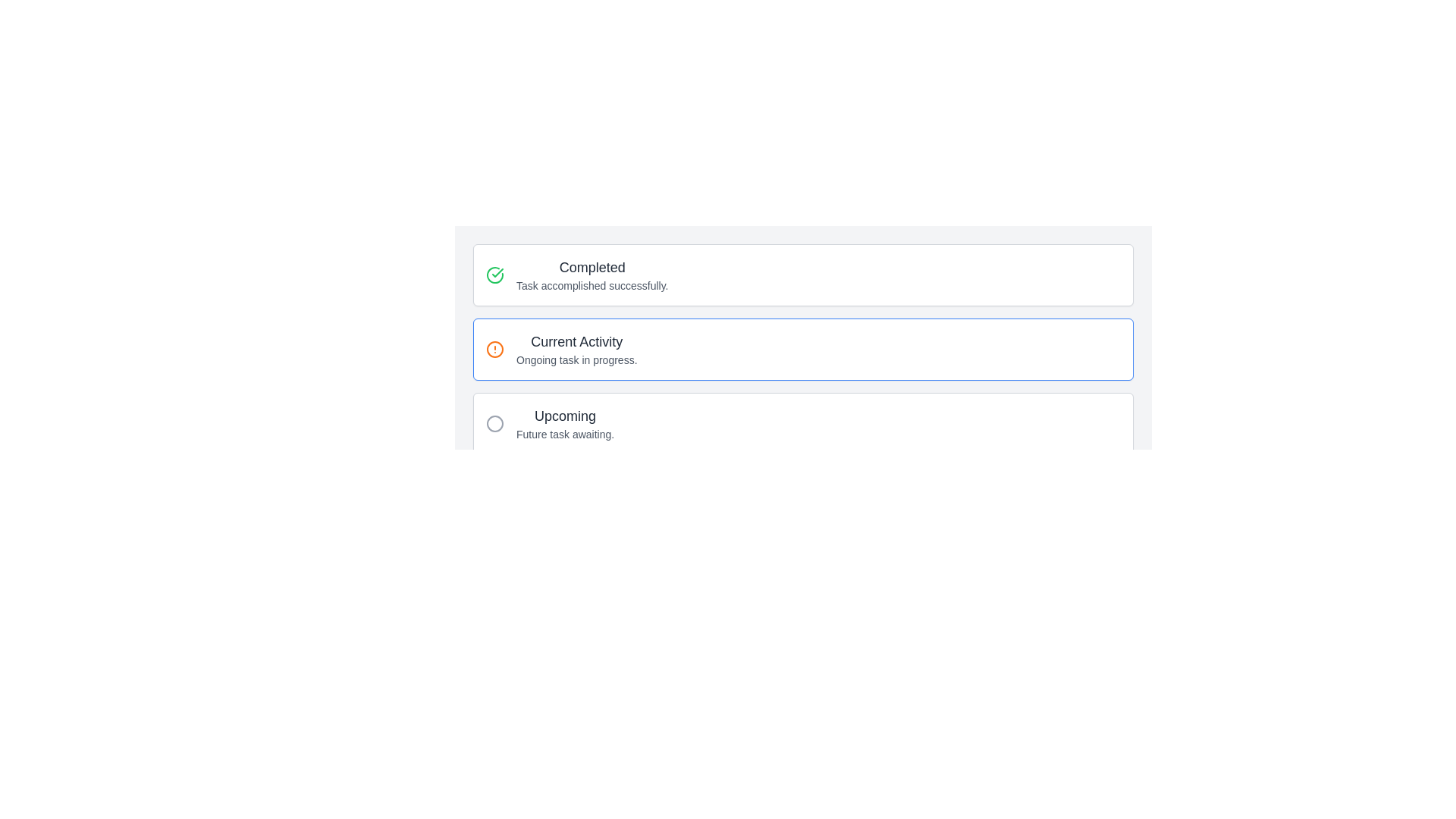 The height and width of the screenshot is (819, 1456). I want to click on the gray circular shape that serves as the graphical marker for the 'Upcoming' list item, which is the third item in a vertical list, so click(494, 424).